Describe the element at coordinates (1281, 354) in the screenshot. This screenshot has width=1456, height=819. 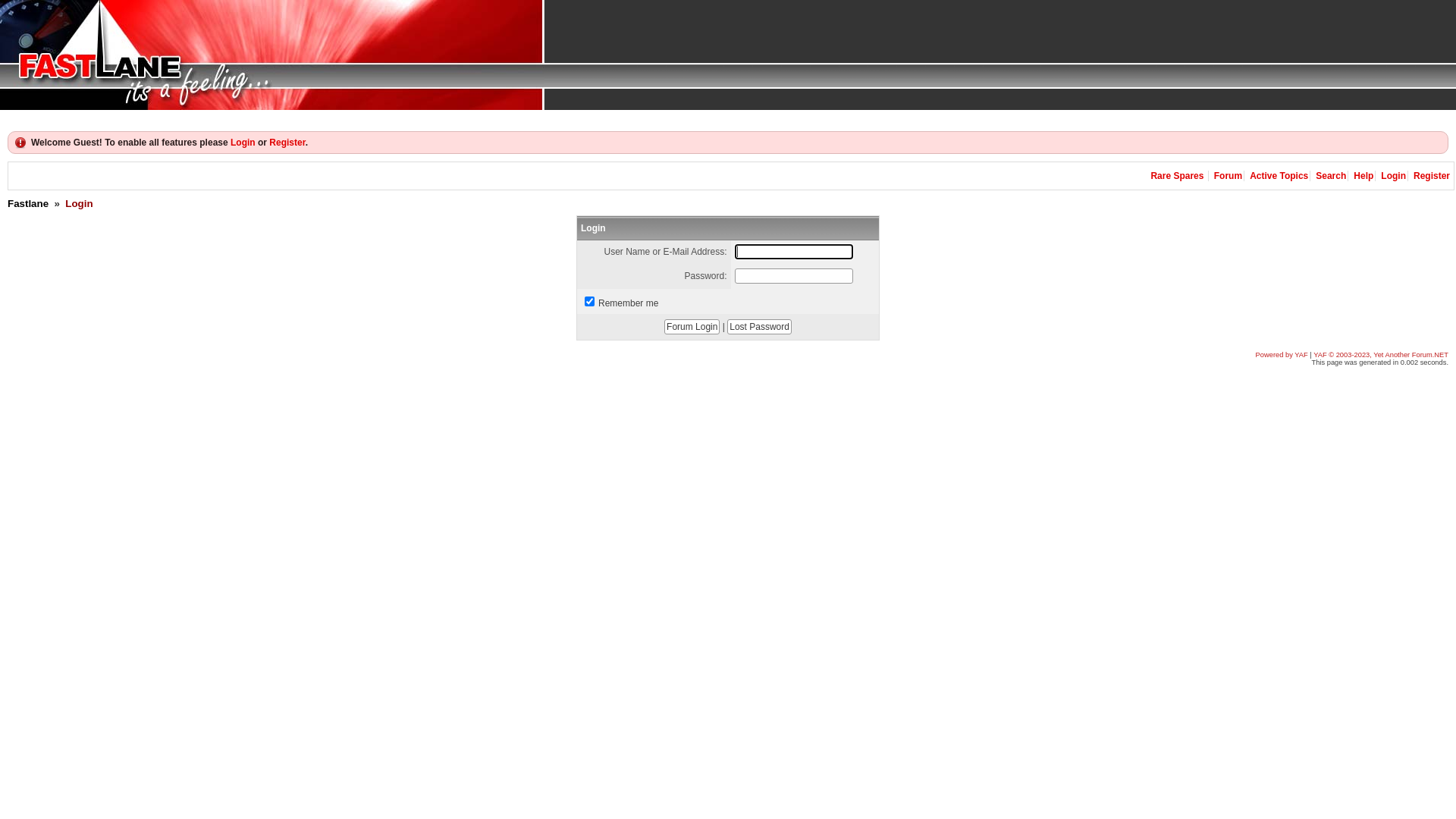
I see `'Powered by YAF'` at that location.